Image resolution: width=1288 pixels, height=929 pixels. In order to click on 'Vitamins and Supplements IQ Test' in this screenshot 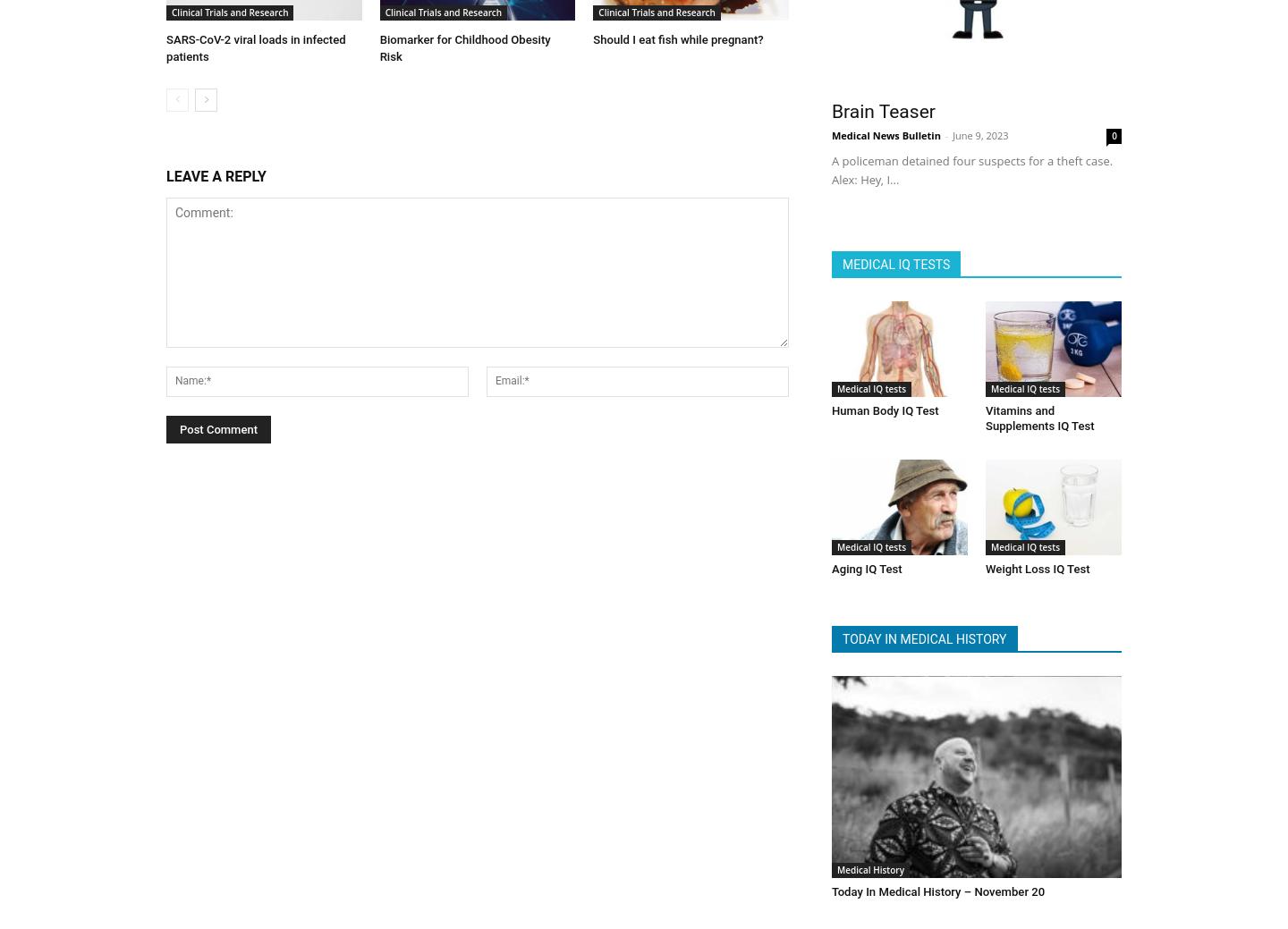, I will do `click(1038, 411)`.